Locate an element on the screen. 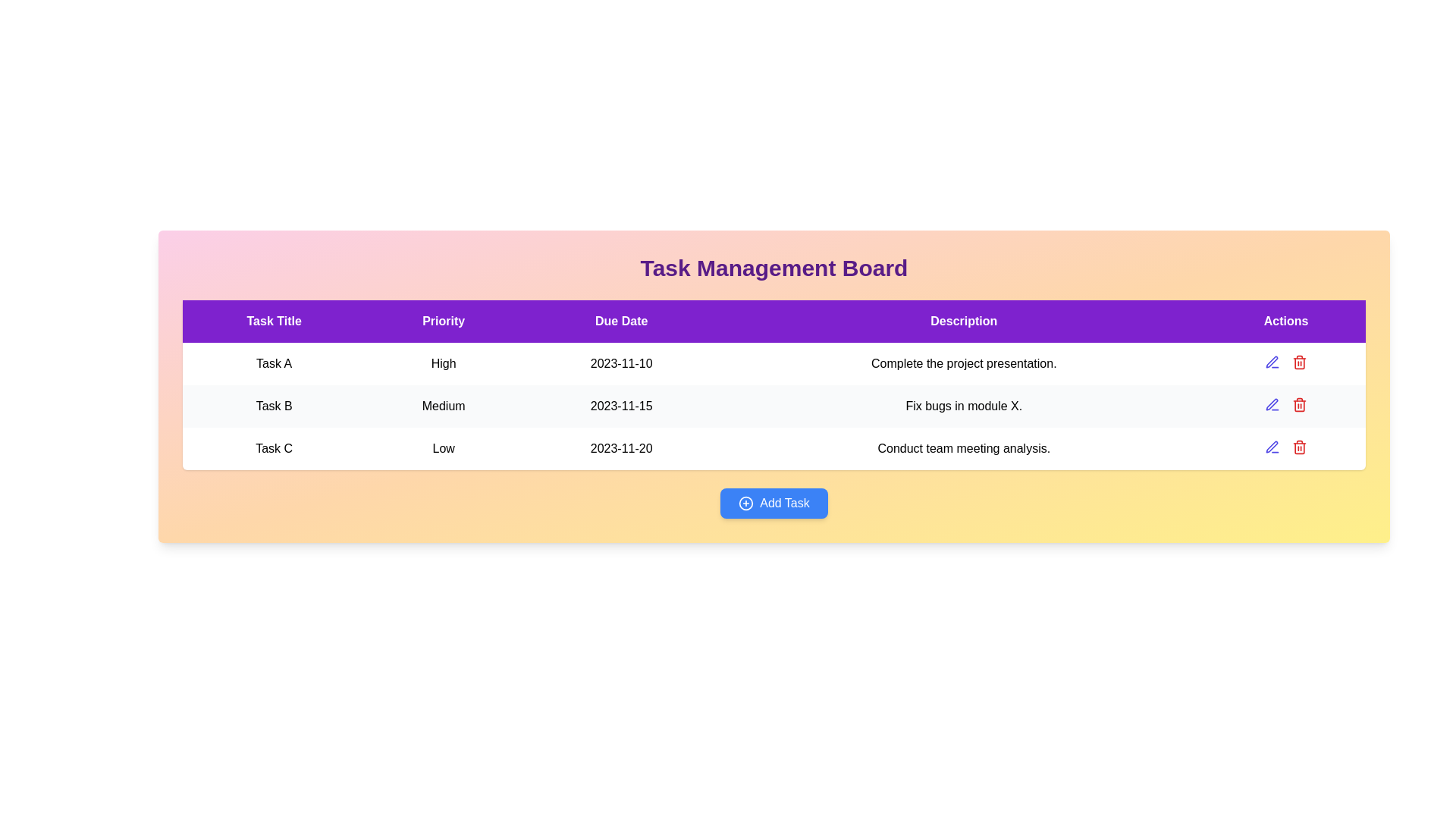  the text label header indicating the column containing task descriptions, which is the fourth item in the table header, positioned between 'Due Date' and 'Actions' is located at coordinates (963, 321).